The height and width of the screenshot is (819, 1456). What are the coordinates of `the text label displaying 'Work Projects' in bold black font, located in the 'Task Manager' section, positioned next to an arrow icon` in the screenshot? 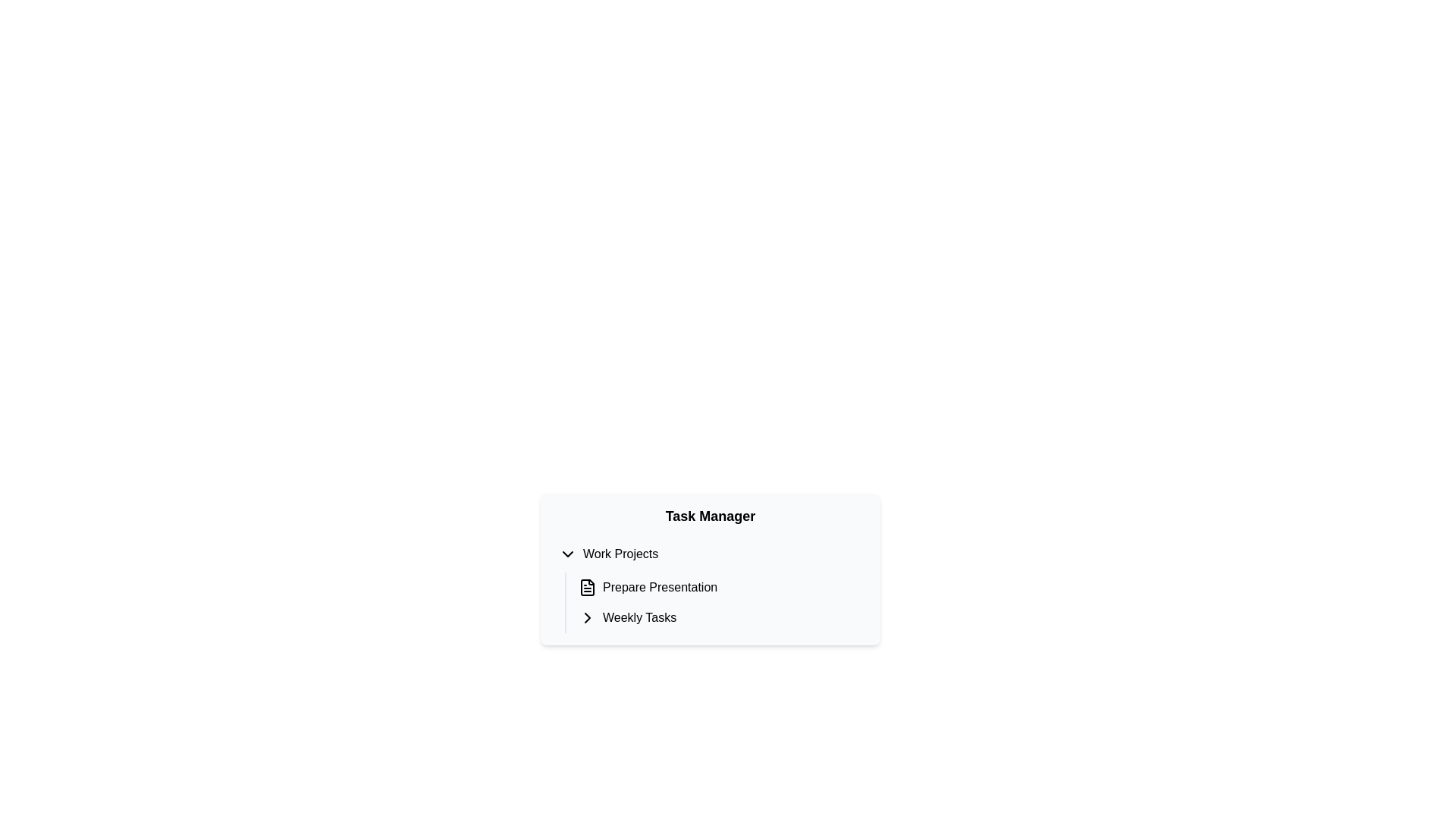 It's located at (620, 554).